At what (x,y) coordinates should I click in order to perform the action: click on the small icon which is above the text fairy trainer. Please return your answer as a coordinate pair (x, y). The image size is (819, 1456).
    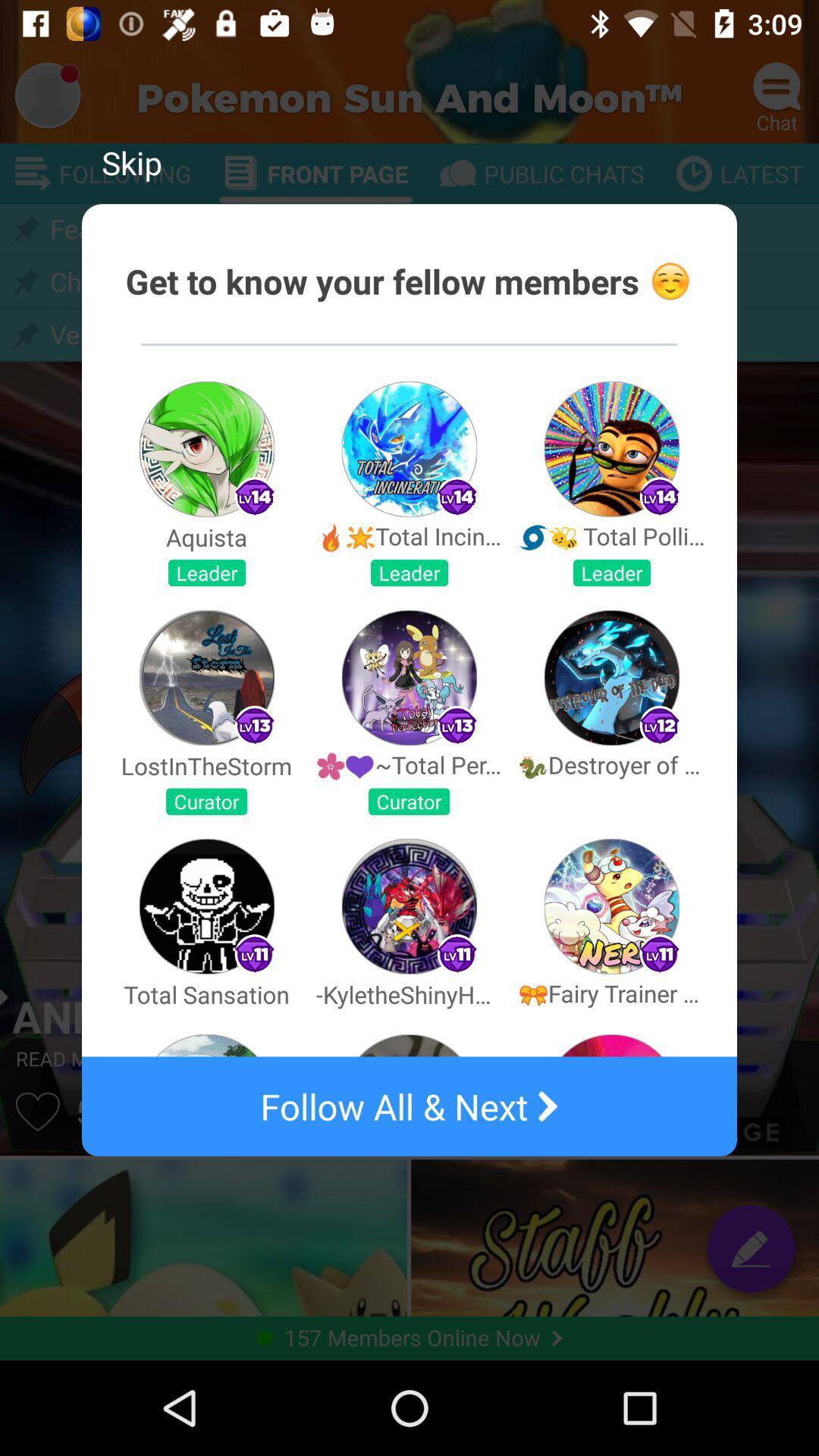
    Looking at the image, I should click on (659, 953).